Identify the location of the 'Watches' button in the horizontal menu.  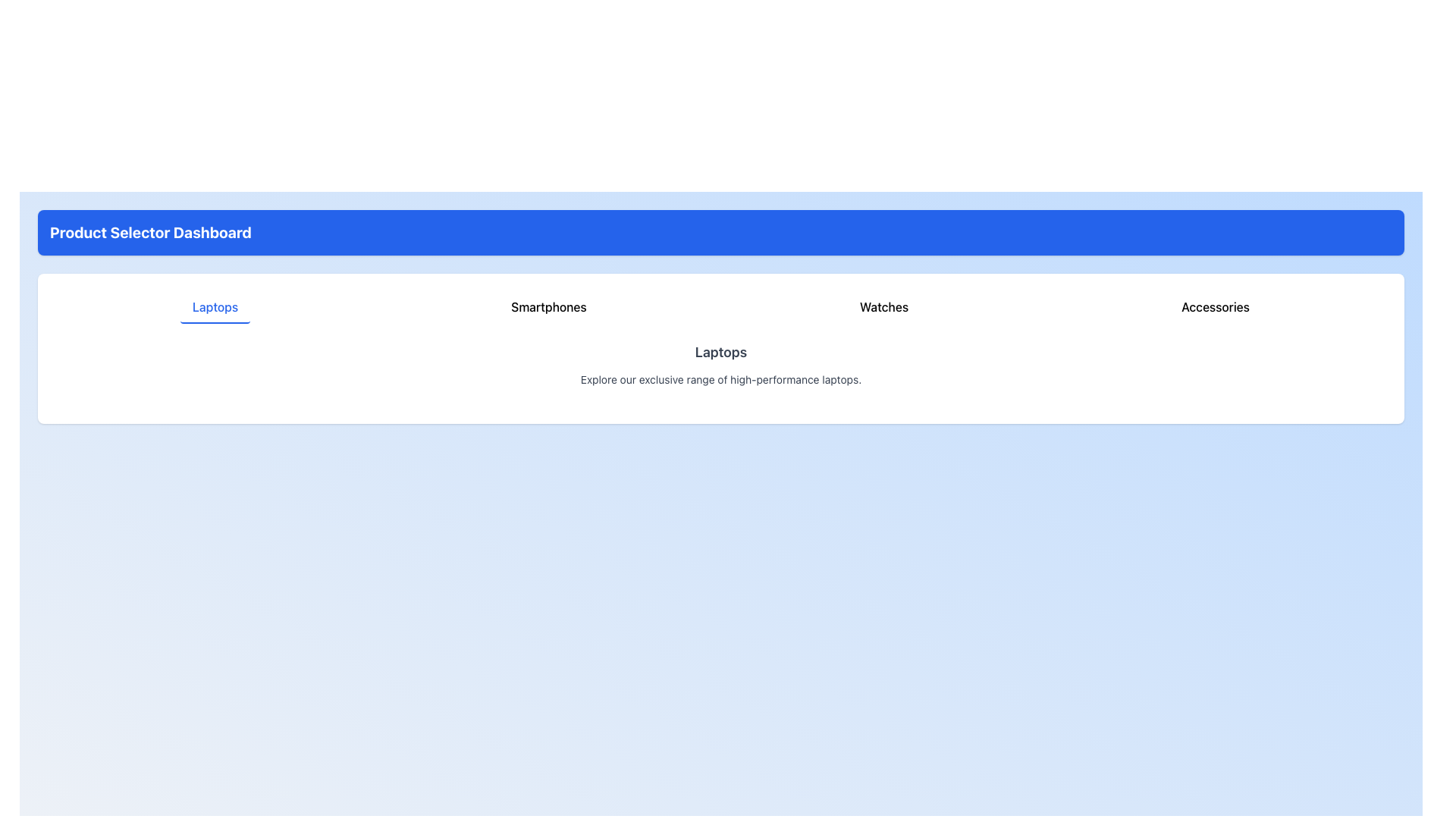
(884, 307).